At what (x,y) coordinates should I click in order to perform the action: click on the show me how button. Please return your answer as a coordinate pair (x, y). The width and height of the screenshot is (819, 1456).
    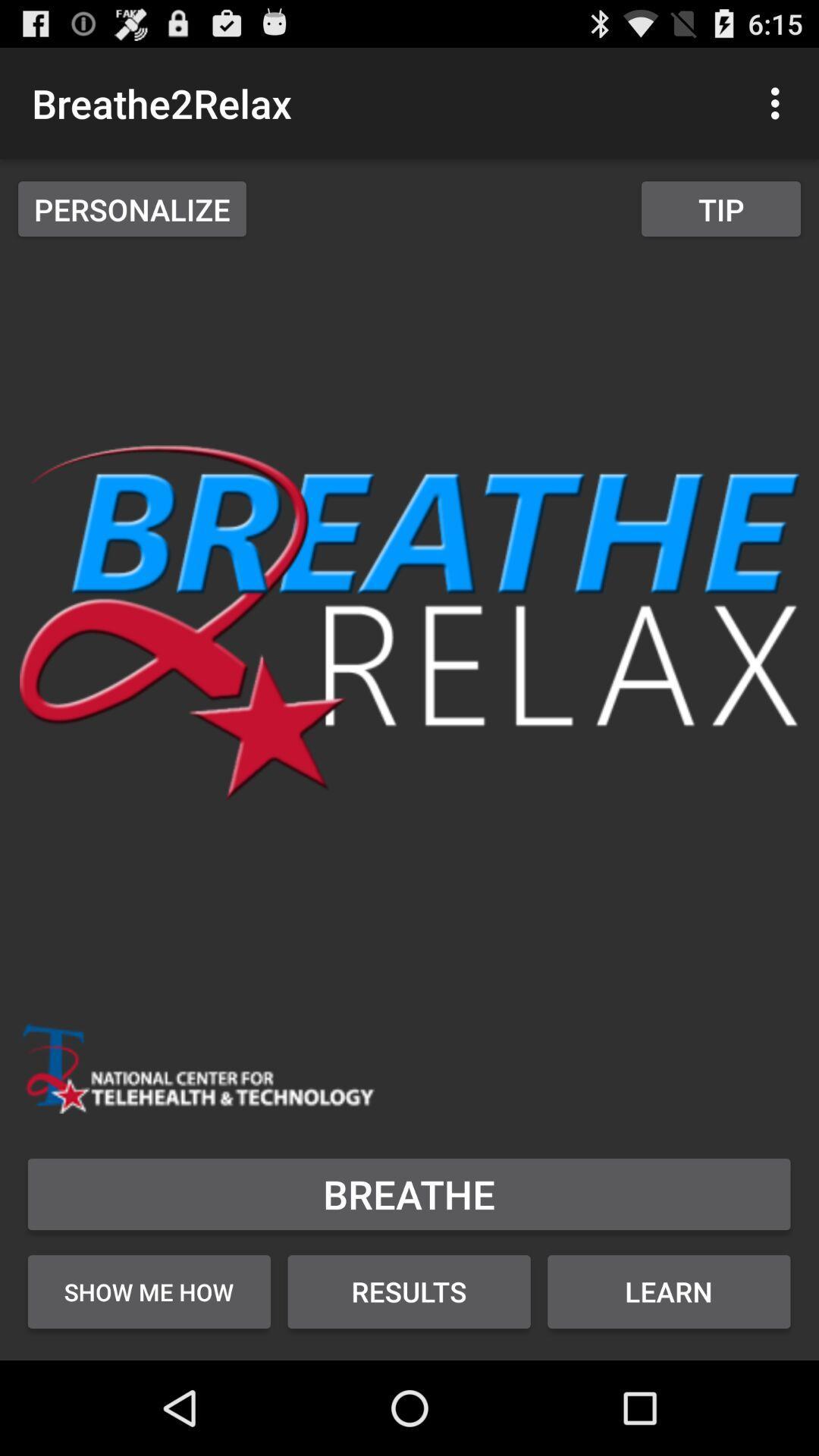
    Looking at the image, I should click on (149, 1291).